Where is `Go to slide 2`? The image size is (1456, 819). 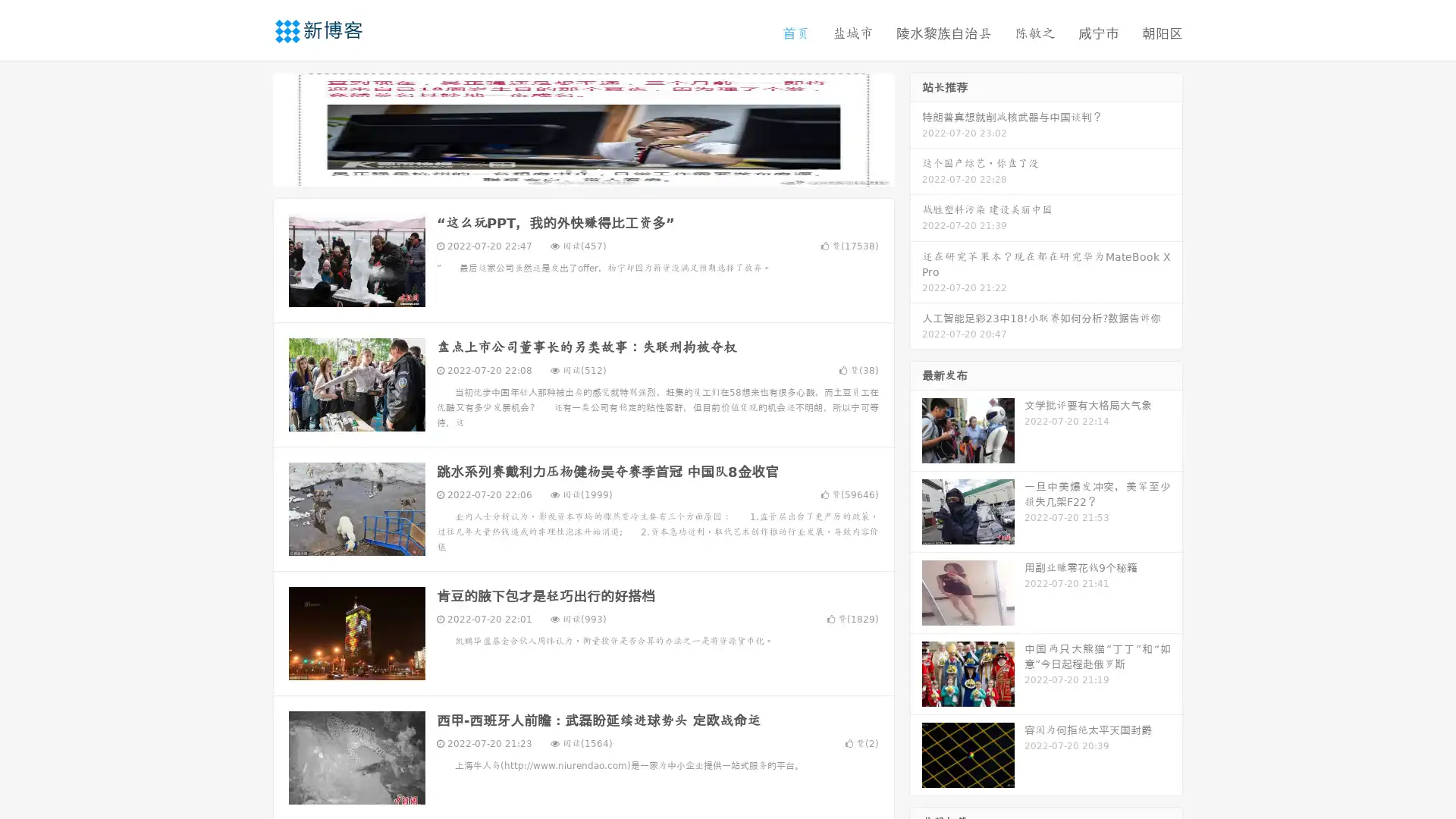 Go to slide 2 is located at coordinates (582, 171).